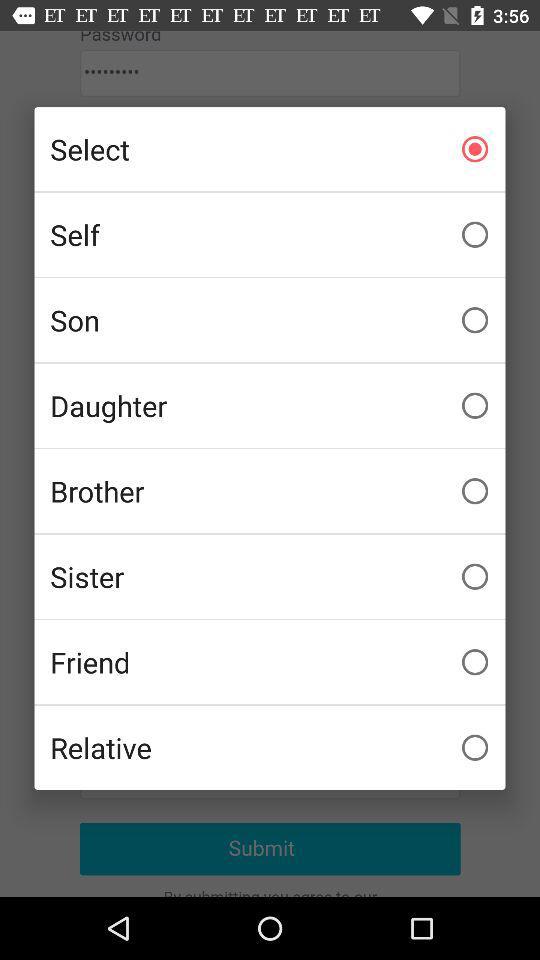  Describe the element at coordinates (270, 746) in the screenshot. I see `the relative checkbox` at that location.